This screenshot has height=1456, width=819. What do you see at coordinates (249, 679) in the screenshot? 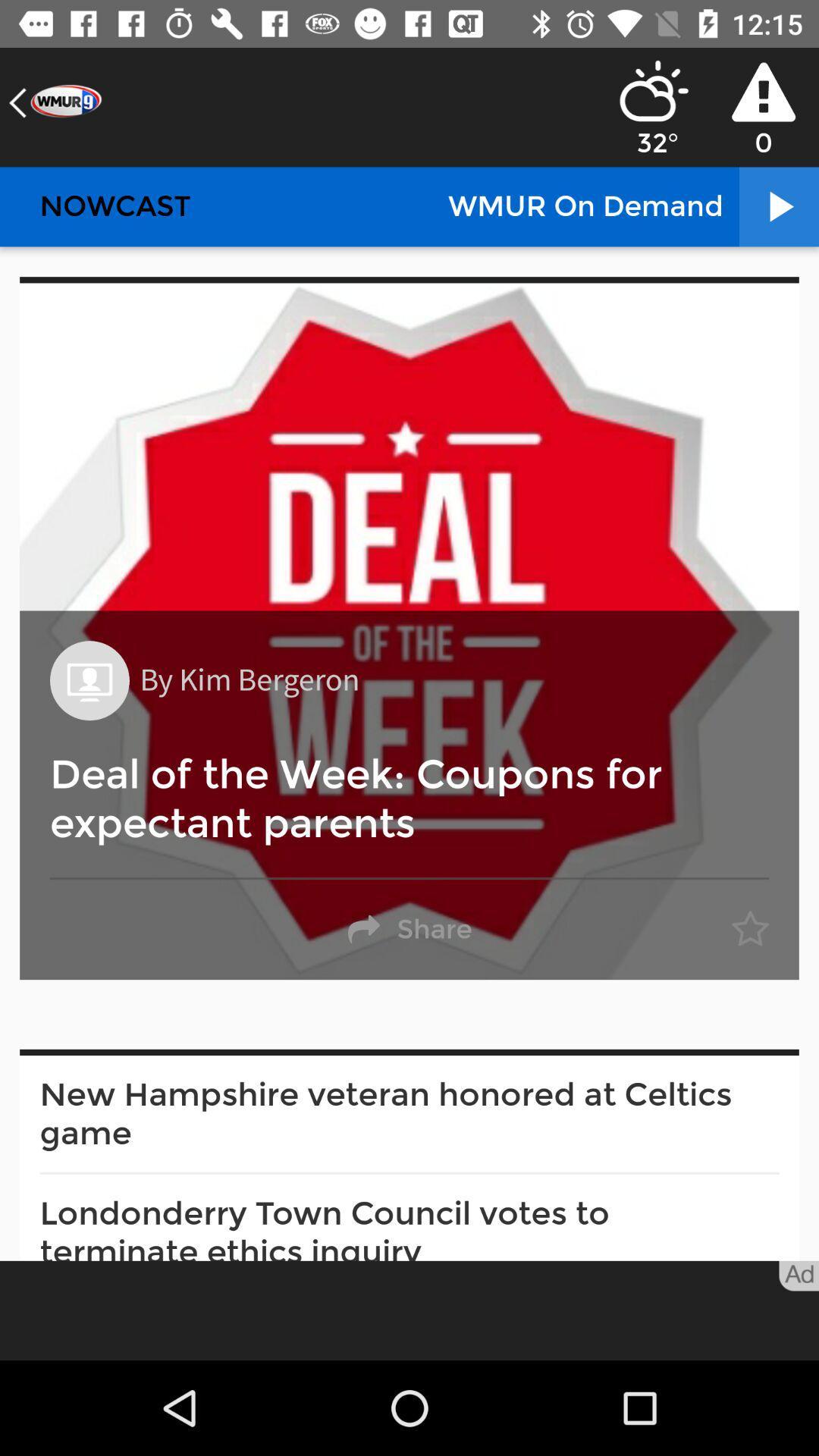
I see `the by kim bergeron` at bounding box center [249, 679].